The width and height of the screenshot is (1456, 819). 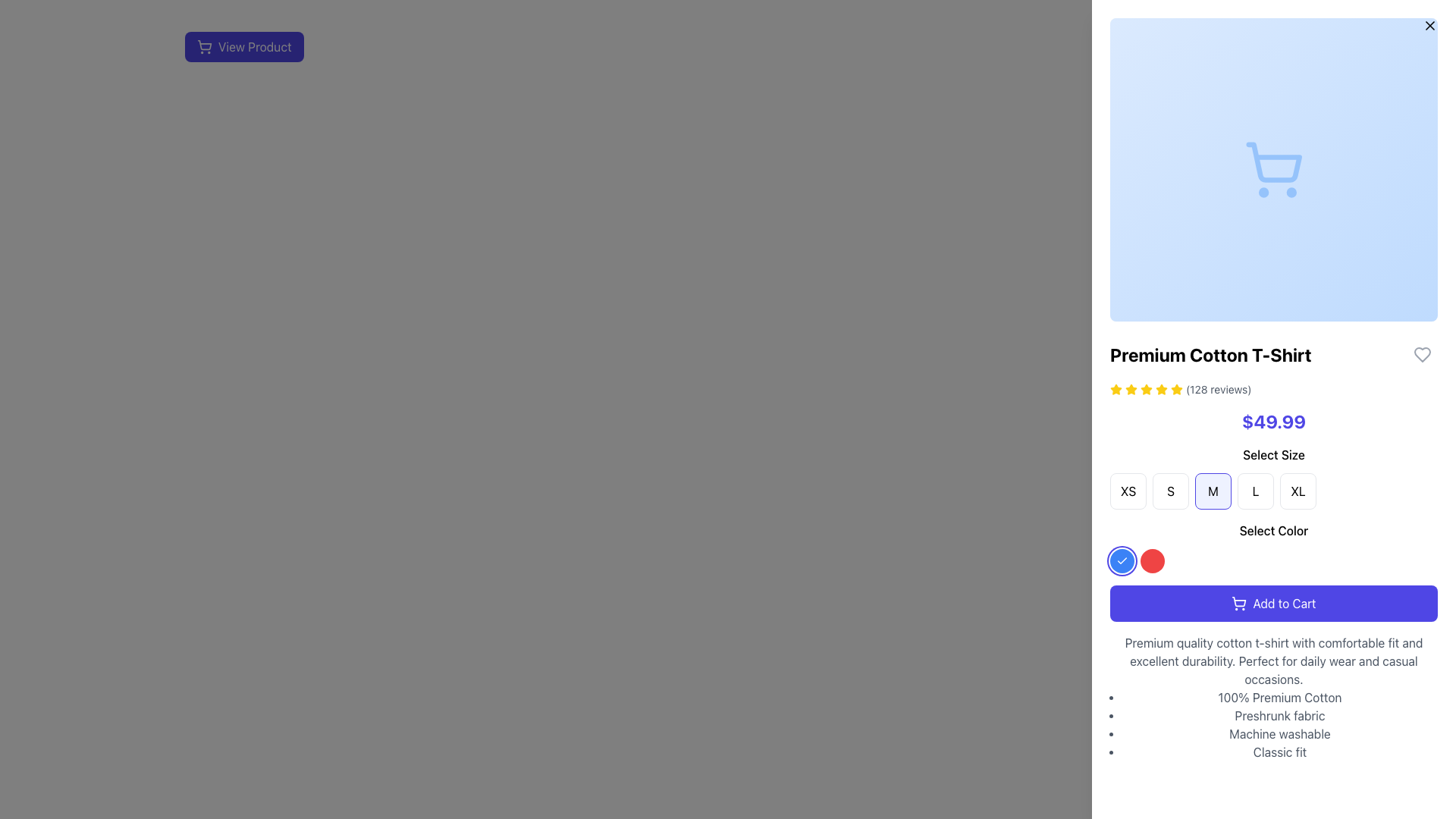 What do you see at coordinates (1274, 421) in the screenshot?
I see `the static text element displaying the price '$49.99', which is bold and indigo colored, positioned below the product title and rating section` at bounding box center [1274, 421].